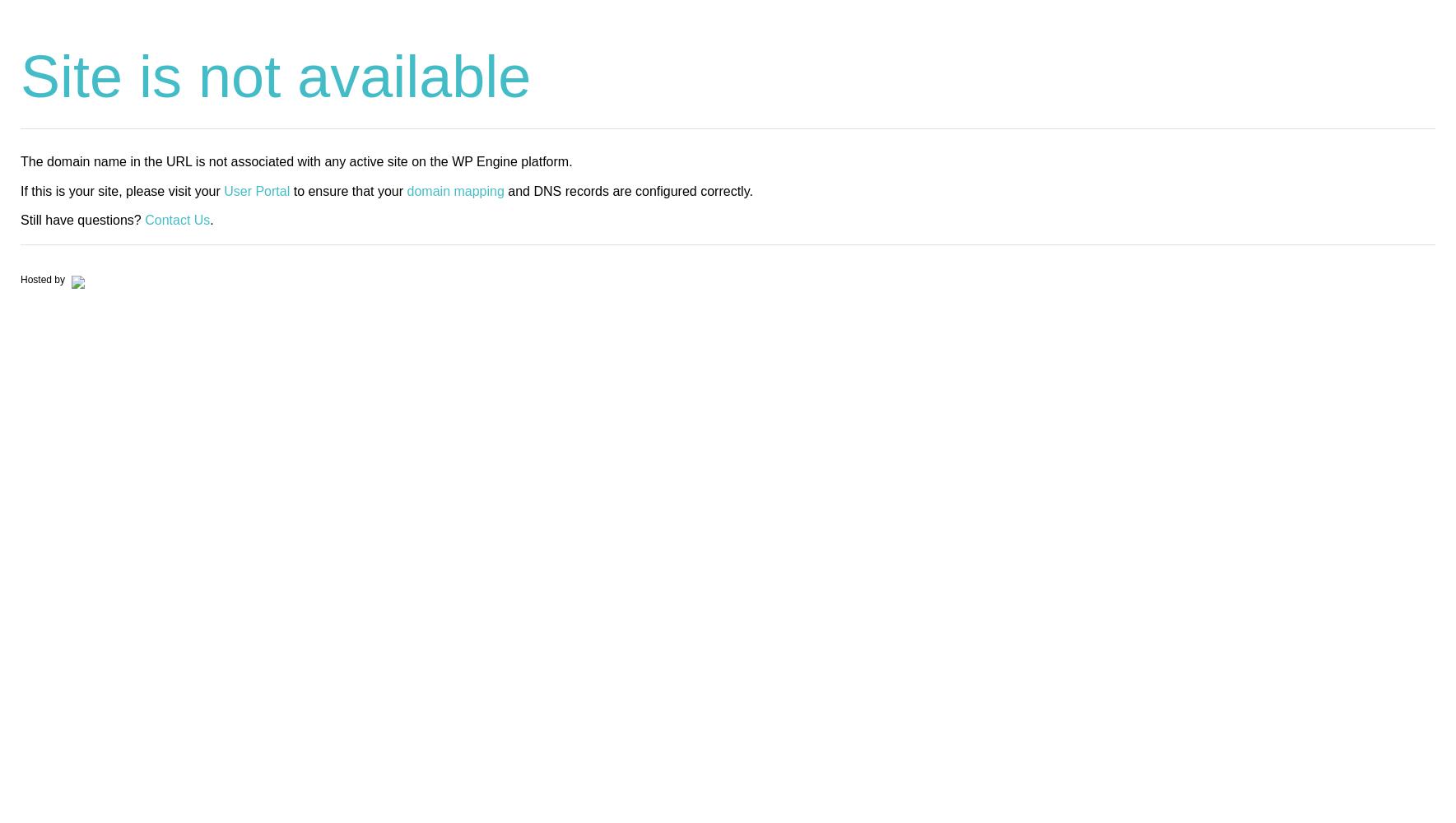  Describe the element at coordinates (19, 189) in the screenshot. I see `'If this is your site, please visit your'` at that location.